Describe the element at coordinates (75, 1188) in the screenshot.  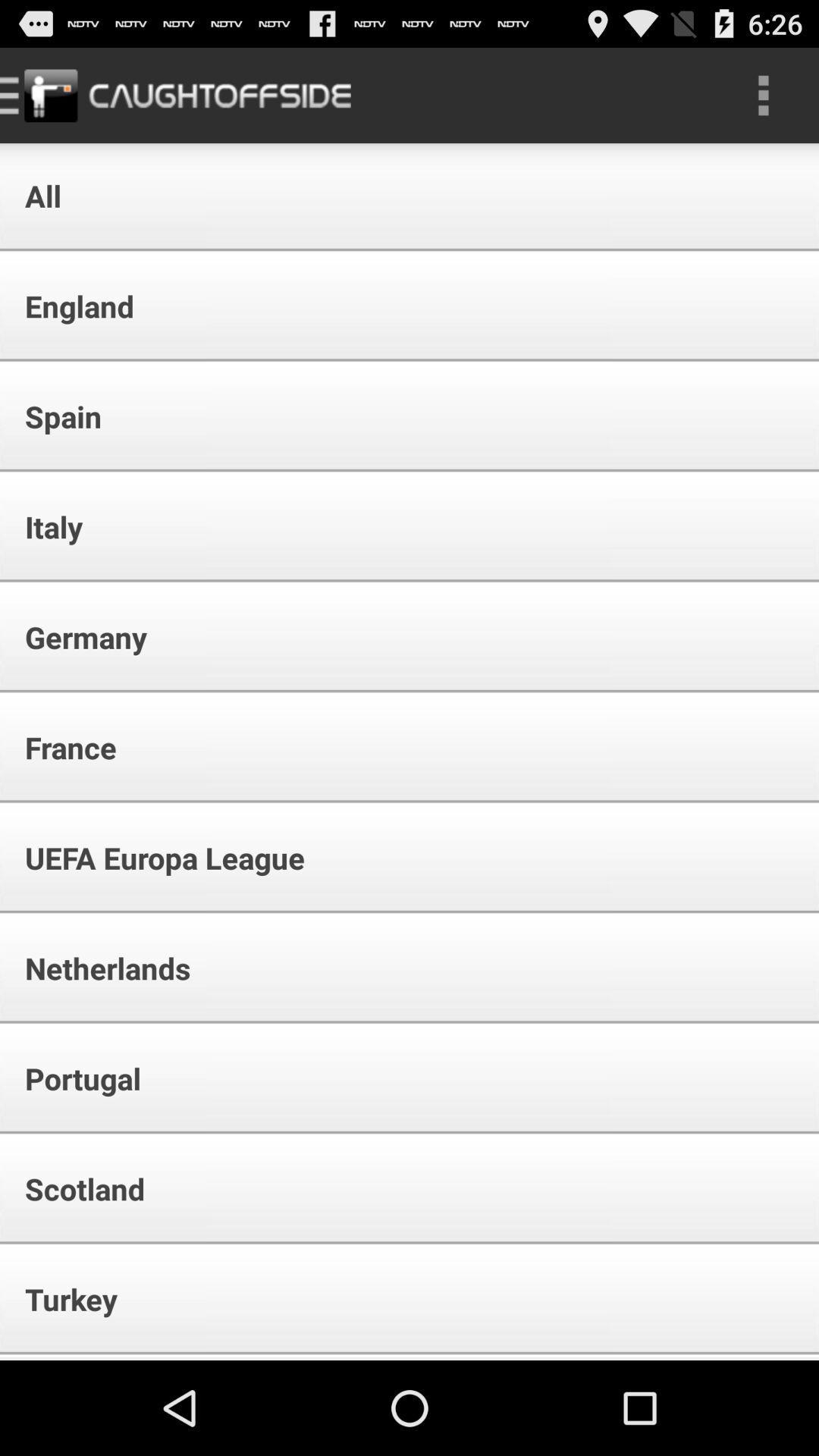
I see `icon below portugal app` at that location.